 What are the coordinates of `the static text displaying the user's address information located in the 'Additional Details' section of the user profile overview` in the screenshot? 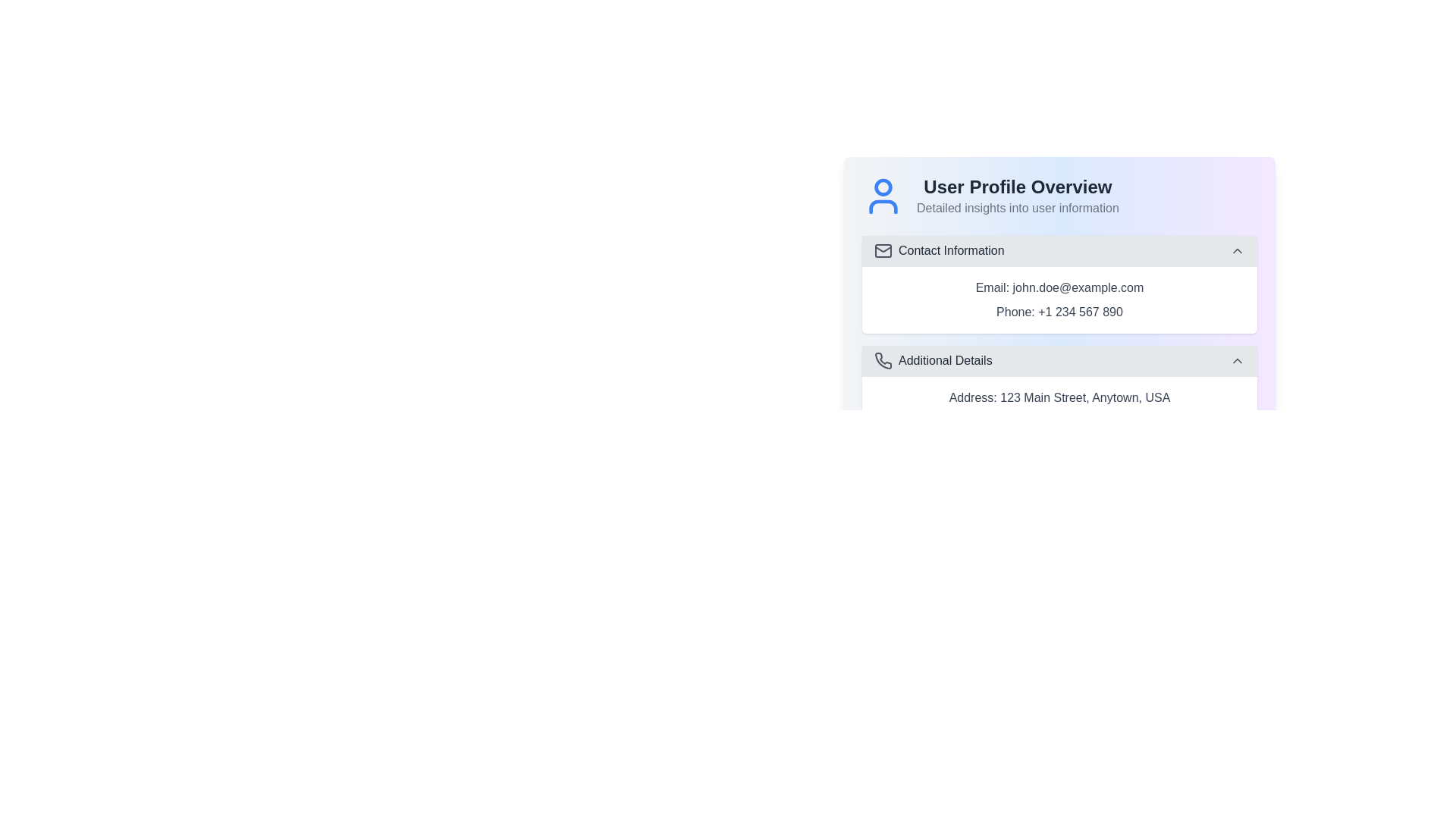 It's located at (1059, 397).